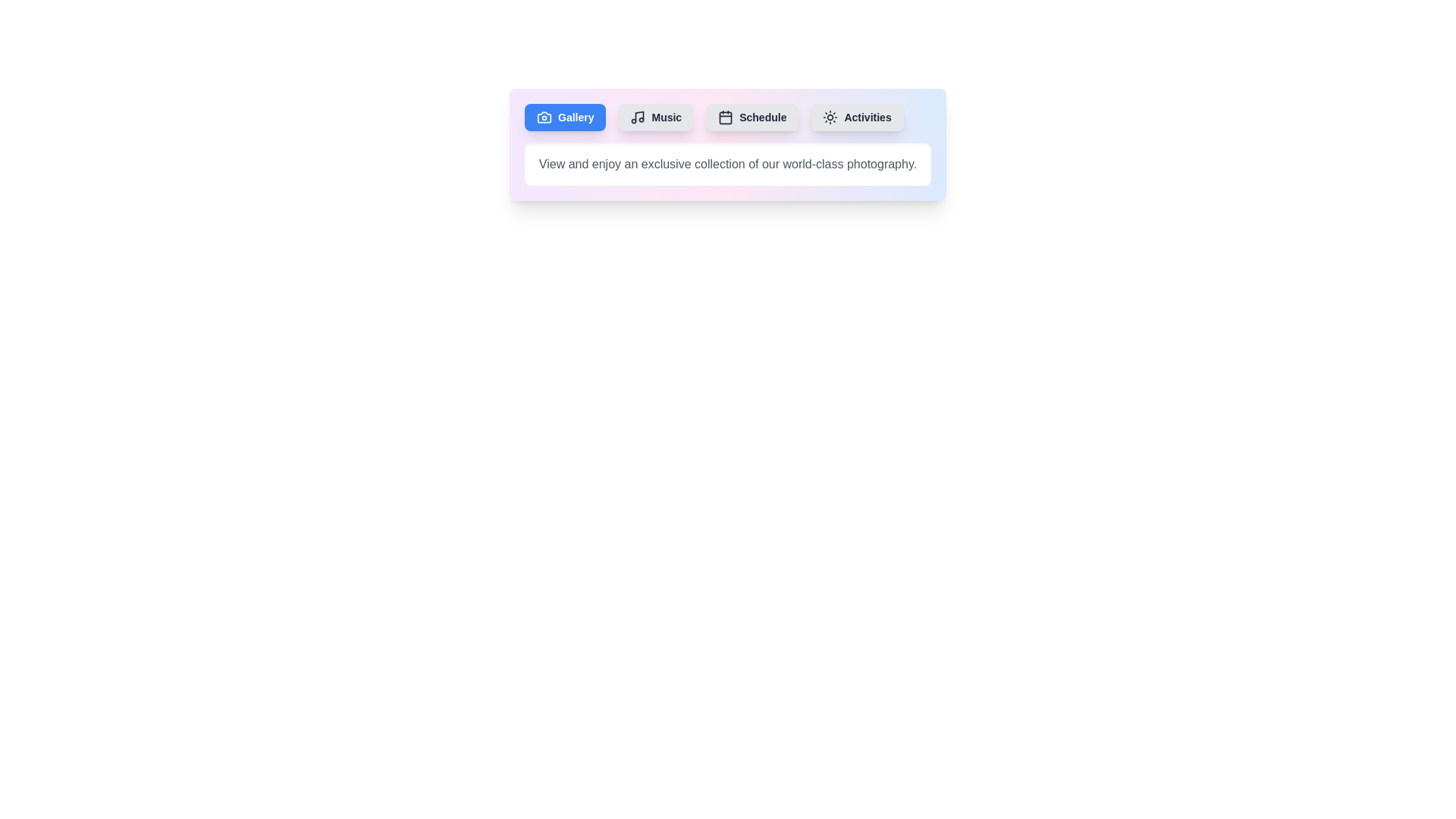 The width and height of the screenshot is (1456, 819). What do you see at coordinates (656, 116) in the screenshot?
I see `the tab button labeled Music to observe its hover effect` at bounding box center [656, 116].